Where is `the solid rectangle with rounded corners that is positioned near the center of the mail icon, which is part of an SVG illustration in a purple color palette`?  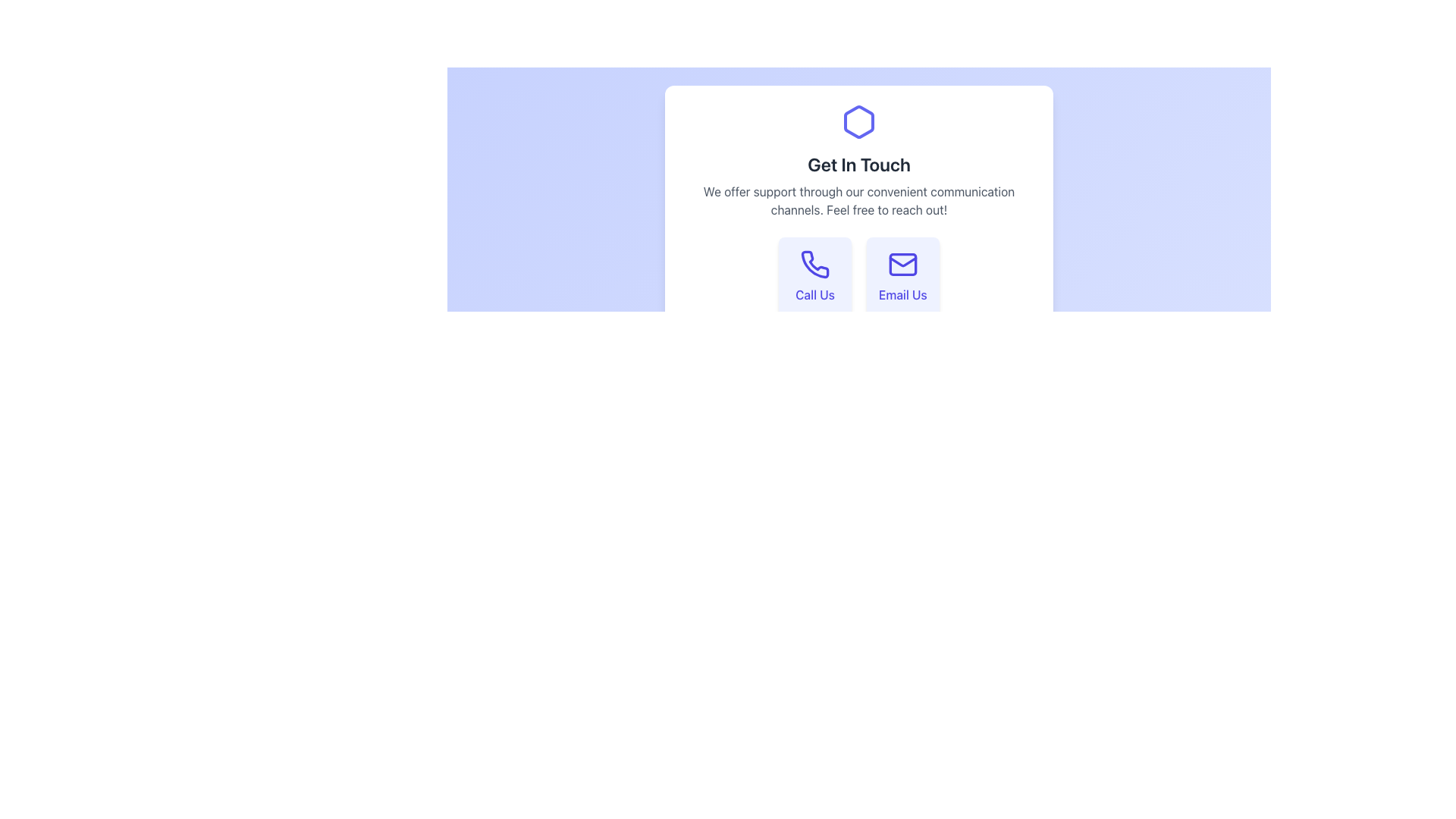 the solid rectangle with rounded corners that is positioned near the center of the mail icon, which is part of an SVG illustration in a purple color palette is located at coordinates (902, 263).